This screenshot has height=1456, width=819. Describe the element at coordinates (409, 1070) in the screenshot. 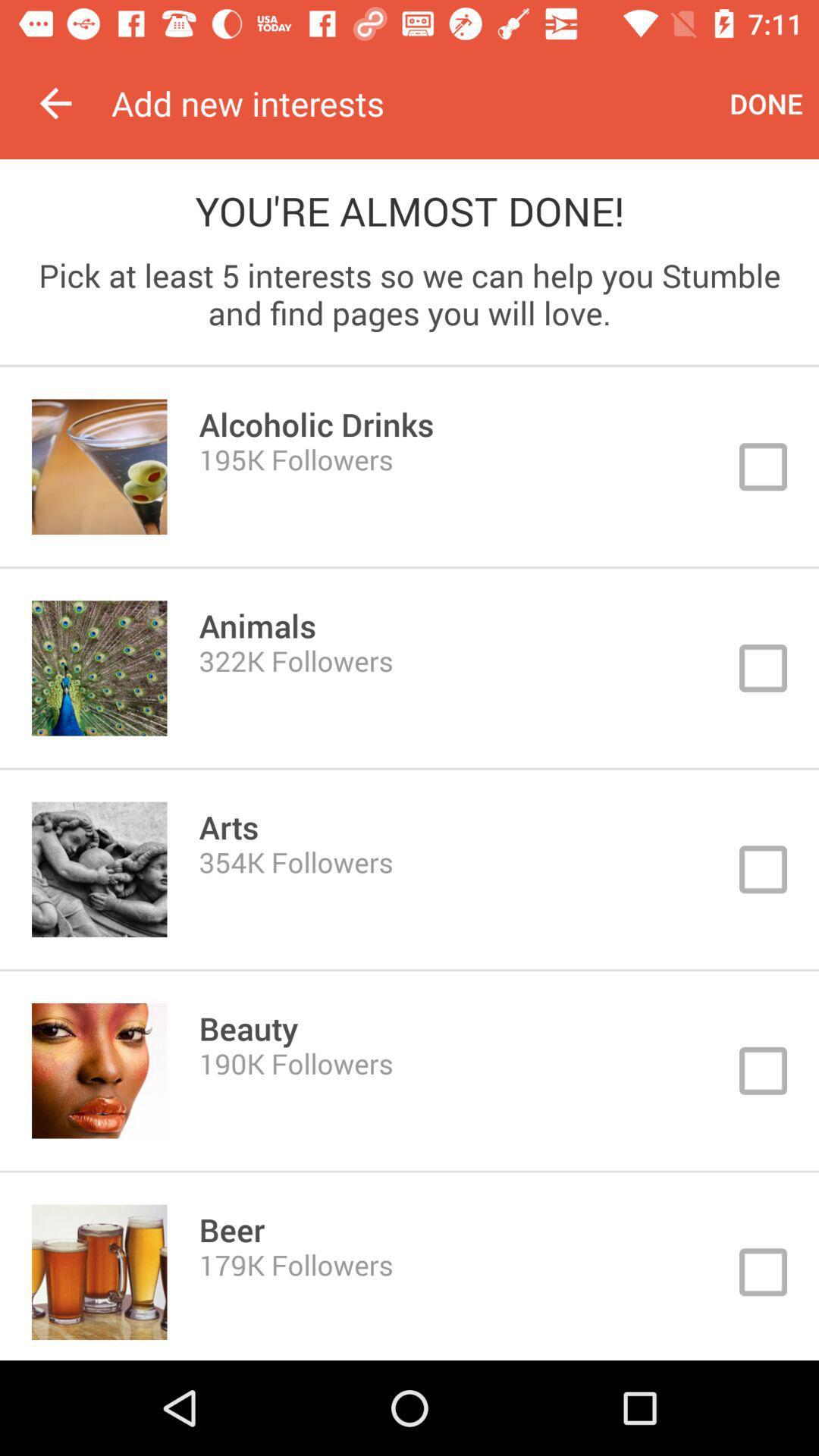

I see `beauty` at that location.